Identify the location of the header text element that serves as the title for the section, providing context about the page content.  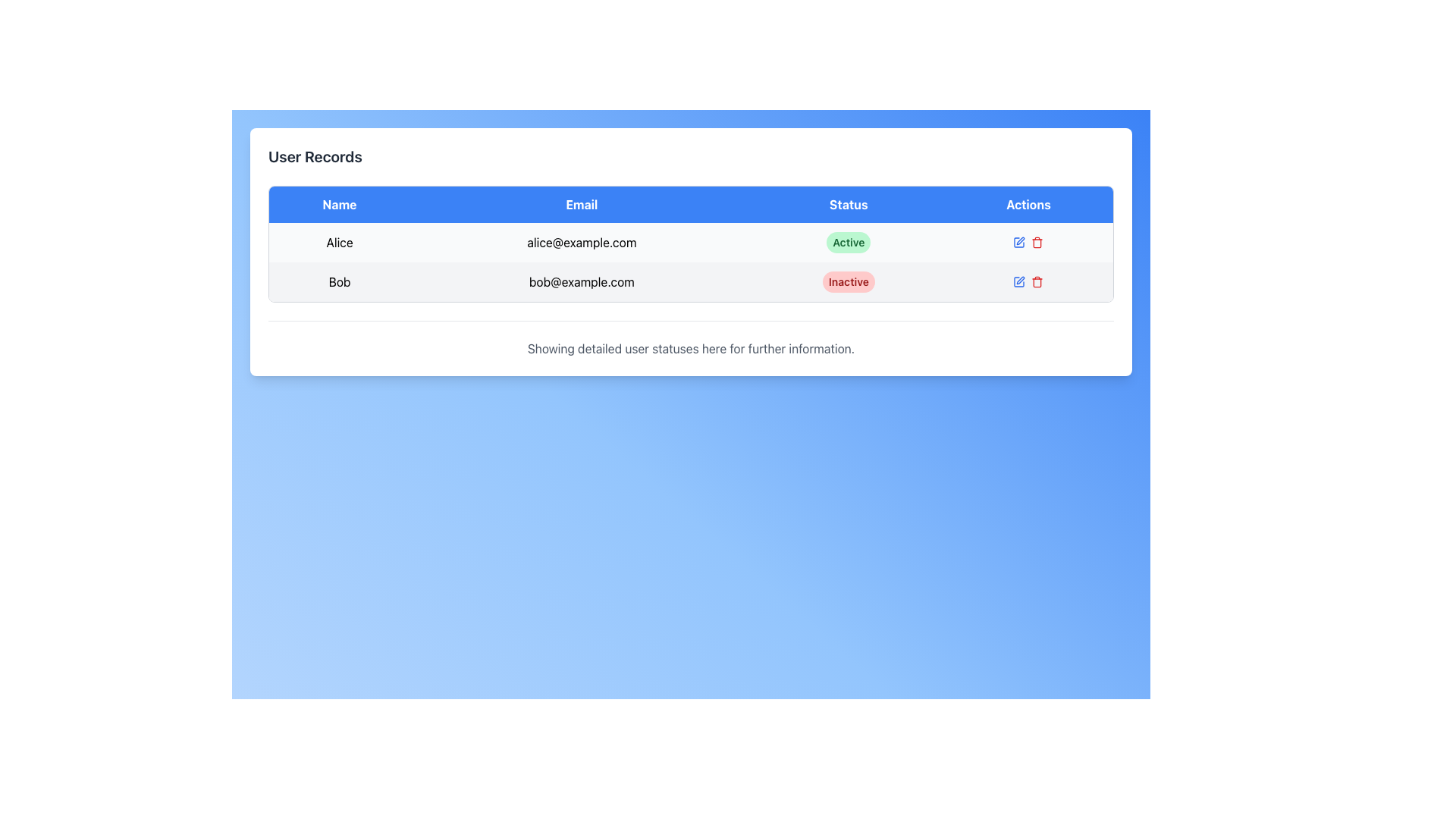
(314, 157).